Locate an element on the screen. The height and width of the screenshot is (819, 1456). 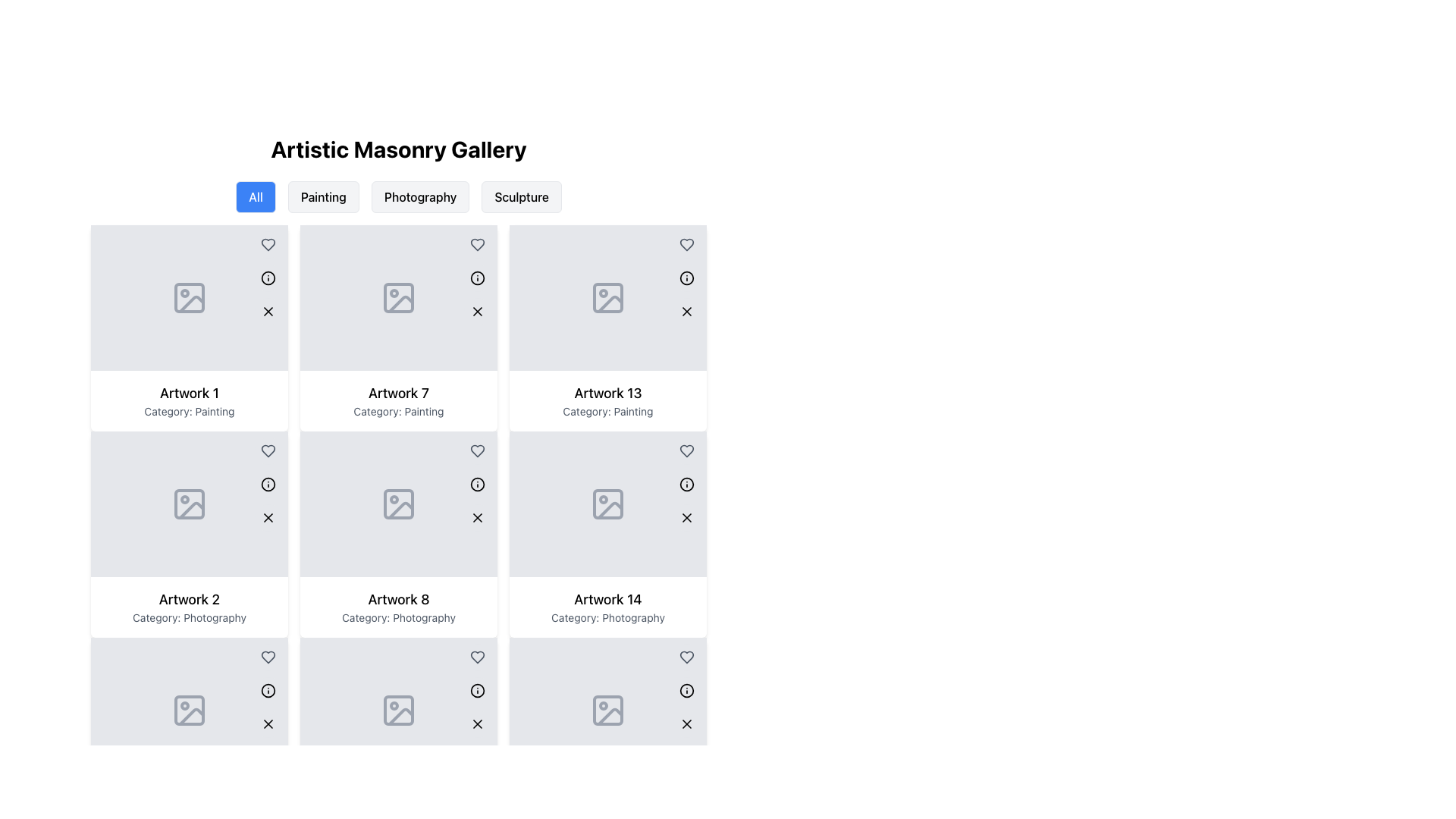
the circular icon with an 'i' symbol in the upper-right corner of the card labeled 'Artwork 2' is located at coordinates (268, 485).